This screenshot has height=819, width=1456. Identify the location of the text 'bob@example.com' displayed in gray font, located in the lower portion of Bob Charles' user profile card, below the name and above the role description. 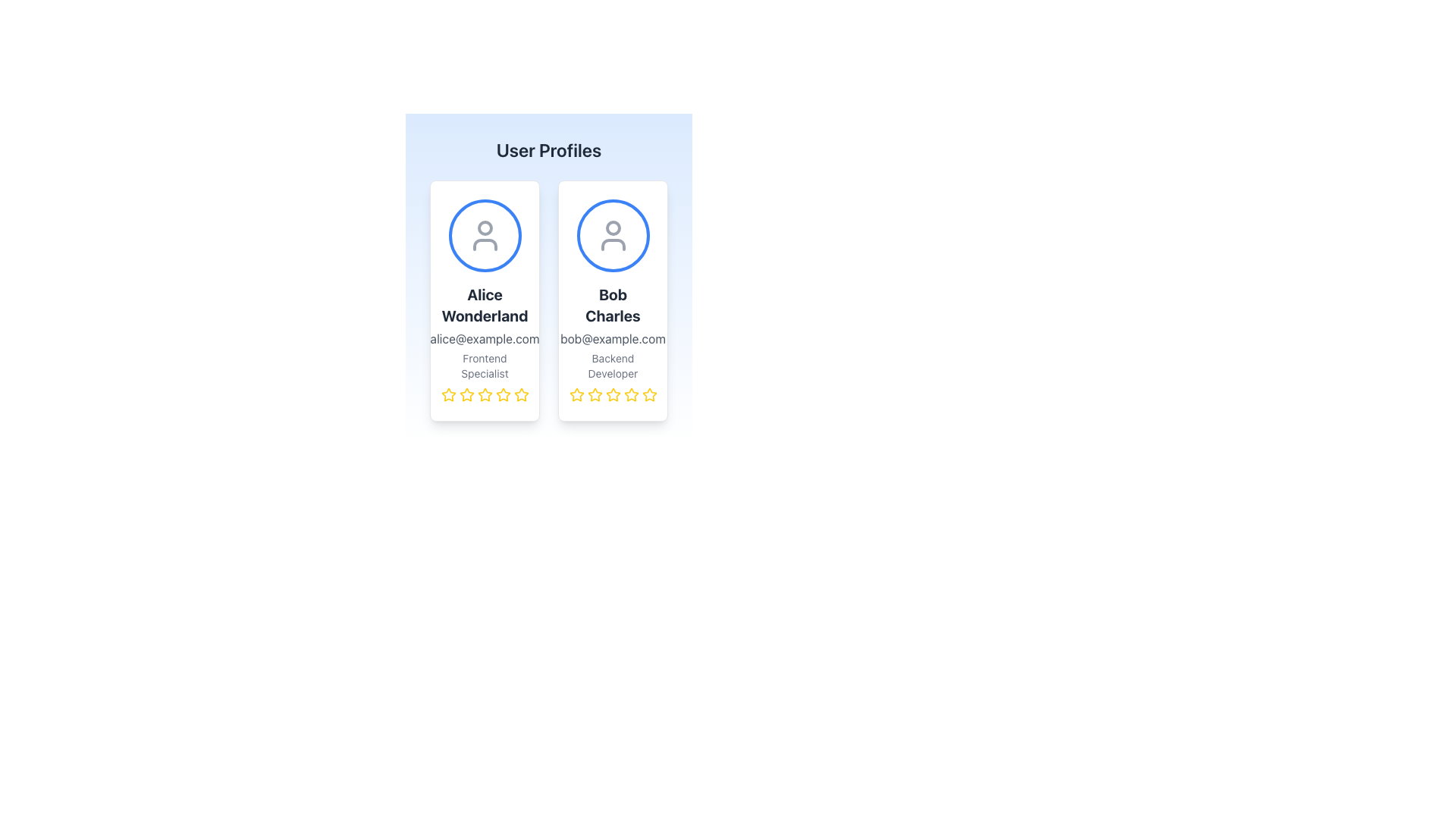
(613, 338).